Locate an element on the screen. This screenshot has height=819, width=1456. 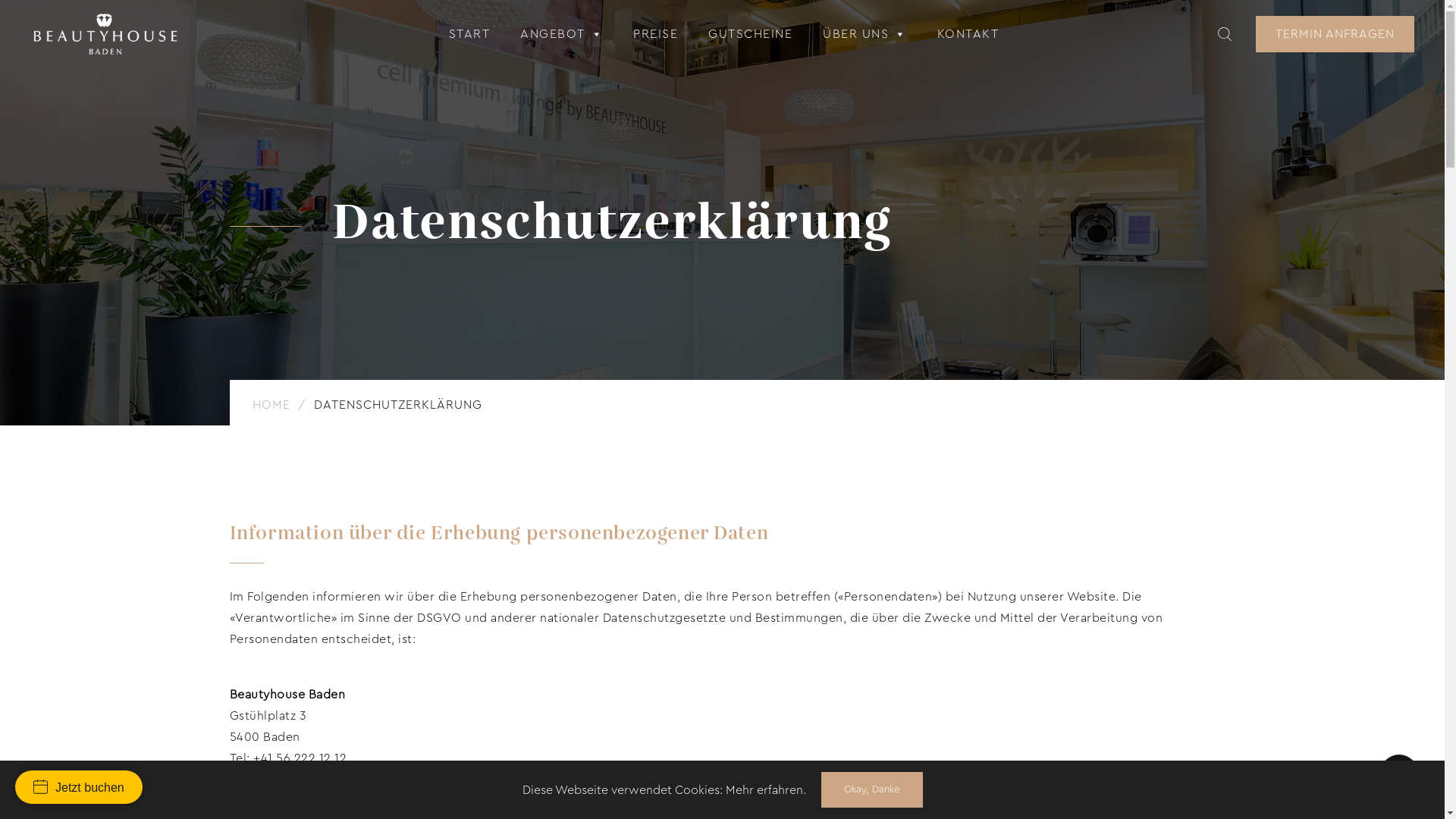
'PREISE' is located at coordinates (655, 34).